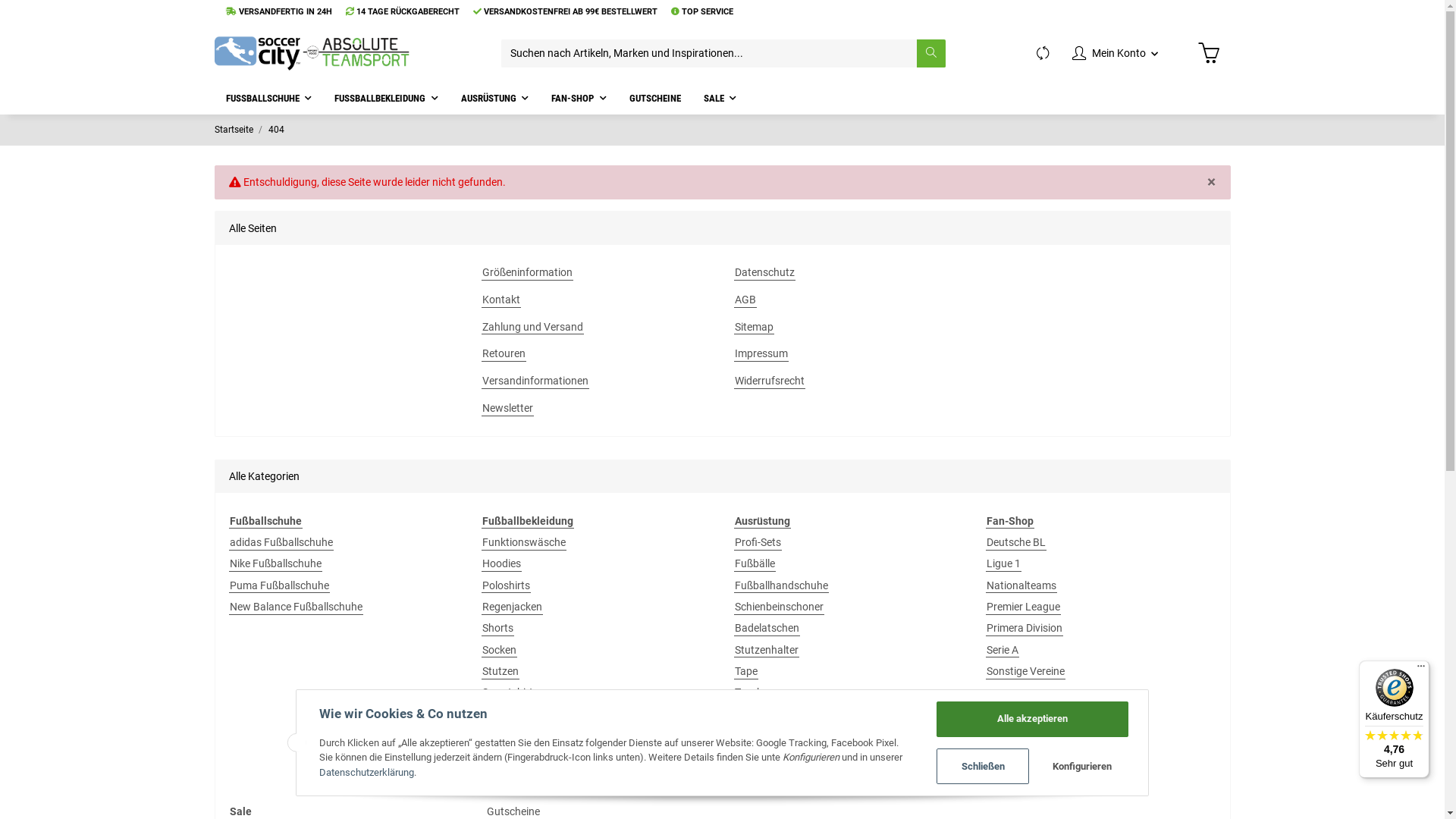 This screenshot has height=819, width=1456. I want to click on 'soccercity', so click(213, 52).